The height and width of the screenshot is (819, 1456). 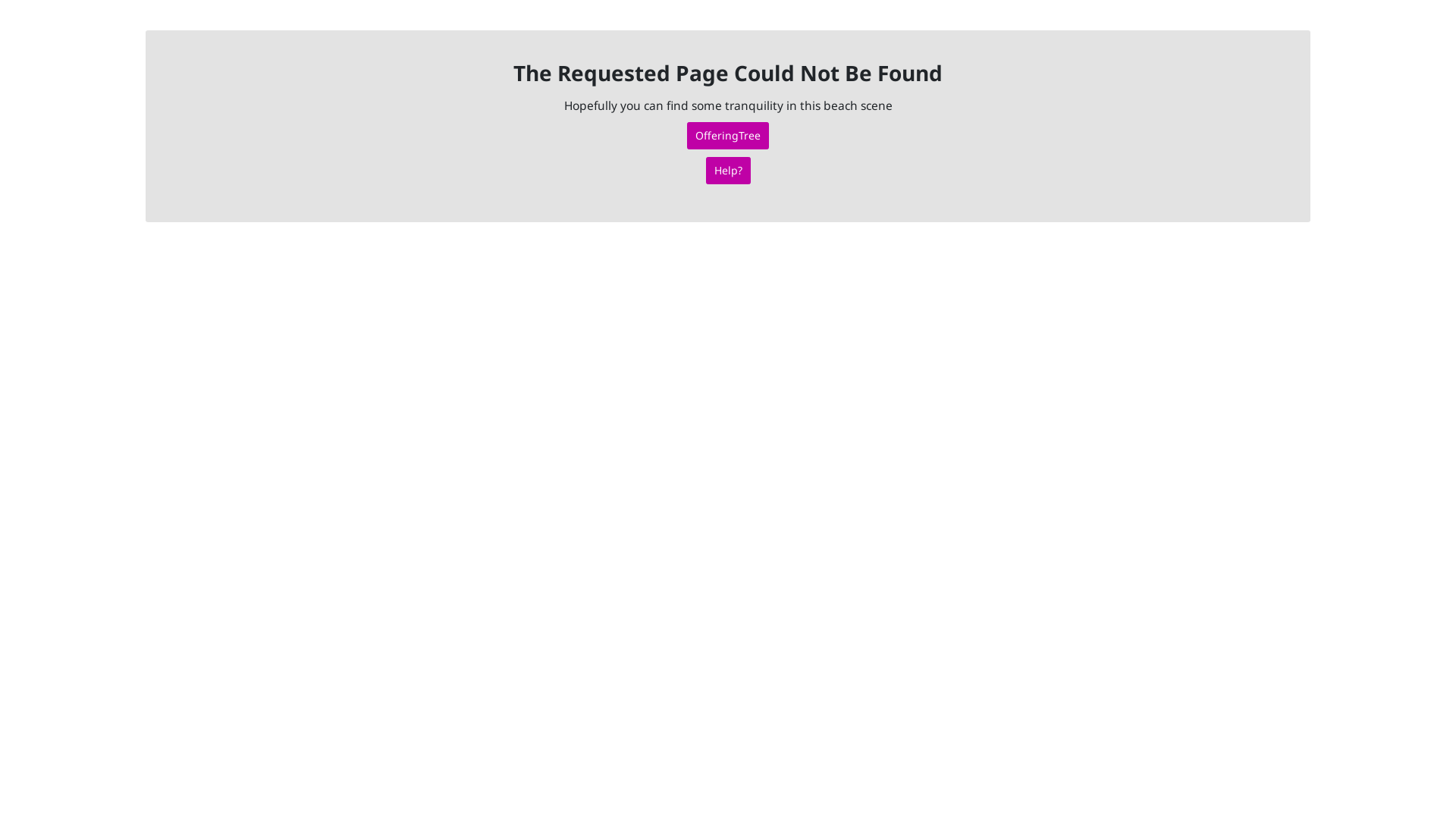 What do you see at coordinates (728, 134) in the screenshot?
I see `'OfferingTree'` at bounding box center [728, 134].